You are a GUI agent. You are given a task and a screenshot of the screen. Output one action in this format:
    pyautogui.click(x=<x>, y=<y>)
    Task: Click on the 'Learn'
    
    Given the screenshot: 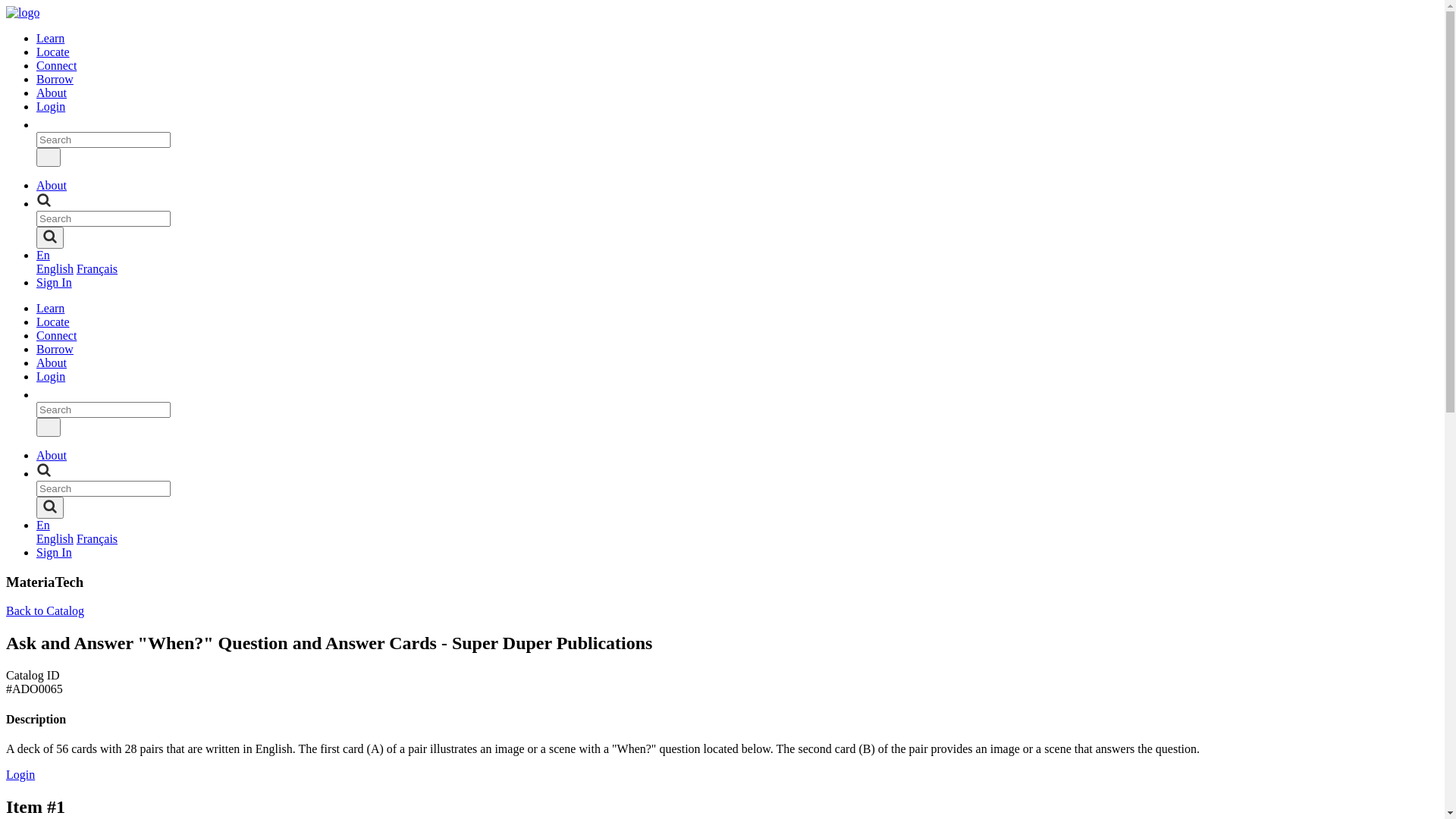 What is the action you would take?
    pyautogui.click(x=50, y=37)
    